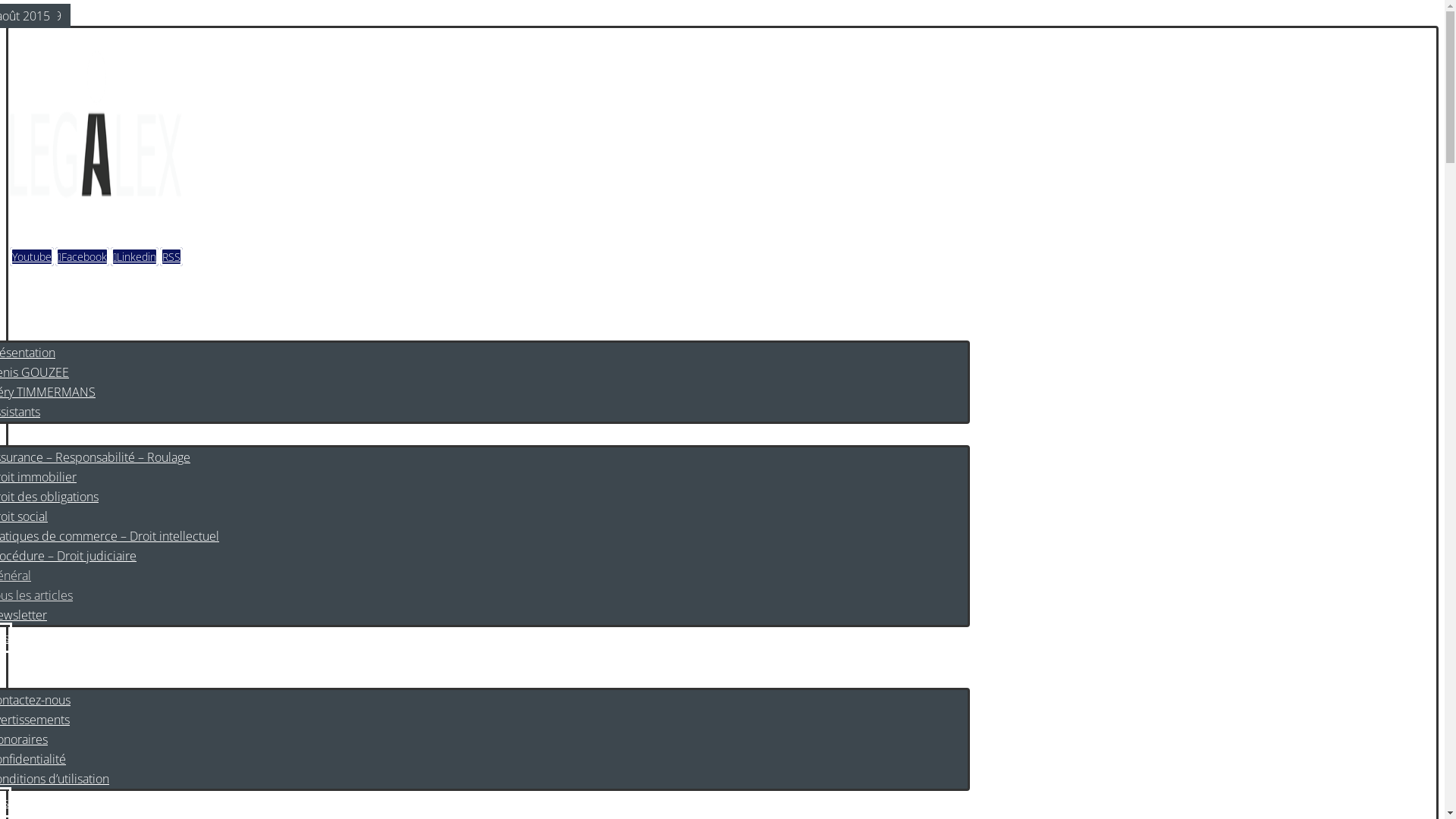 The width and height of the screenshot is (1456, 819). I want to click on 'Youtube', so click(32, 256).